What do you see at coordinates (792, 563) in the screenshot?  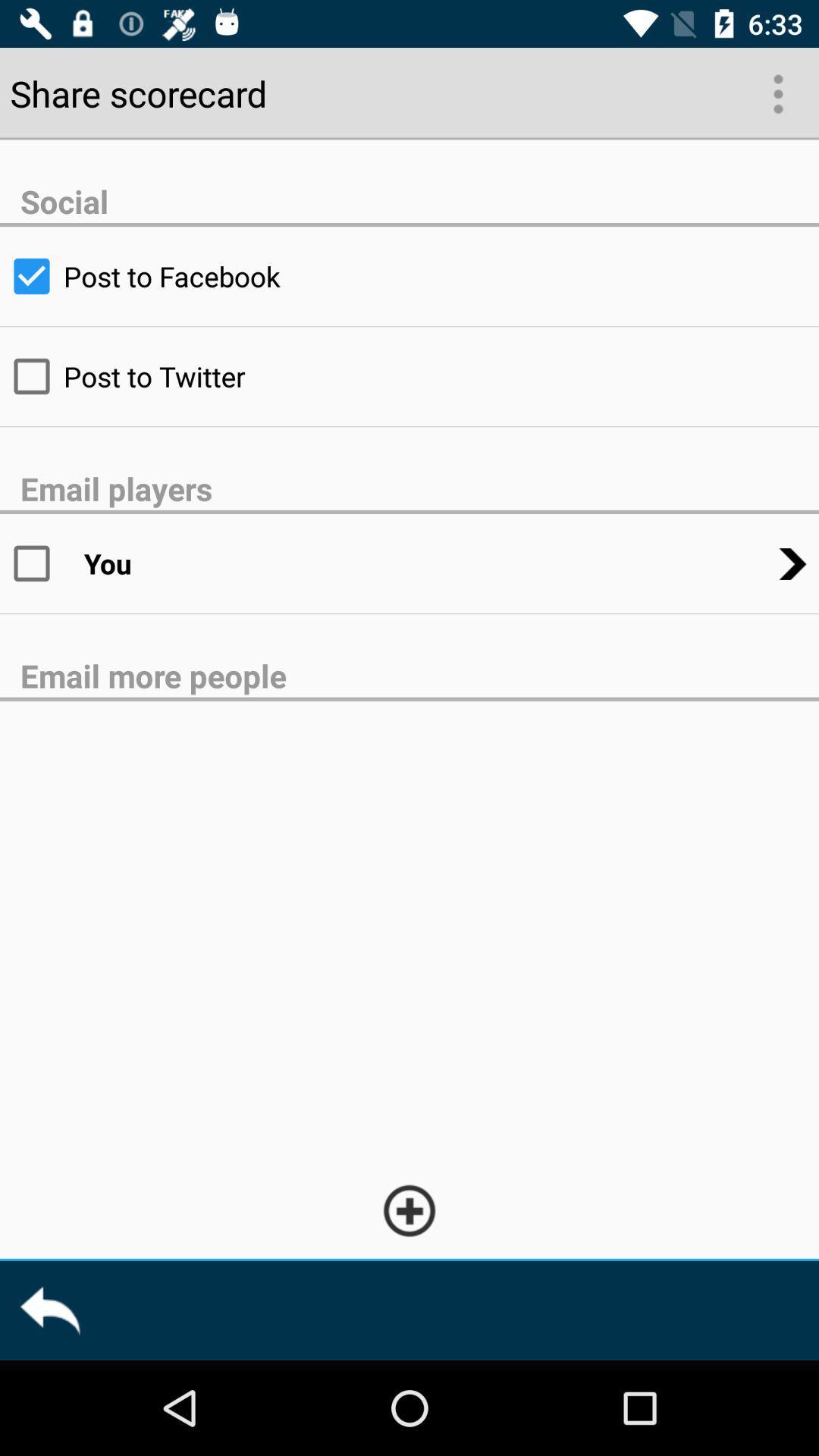 I see `arrow at right side of you` at bounding box center [792, 563].